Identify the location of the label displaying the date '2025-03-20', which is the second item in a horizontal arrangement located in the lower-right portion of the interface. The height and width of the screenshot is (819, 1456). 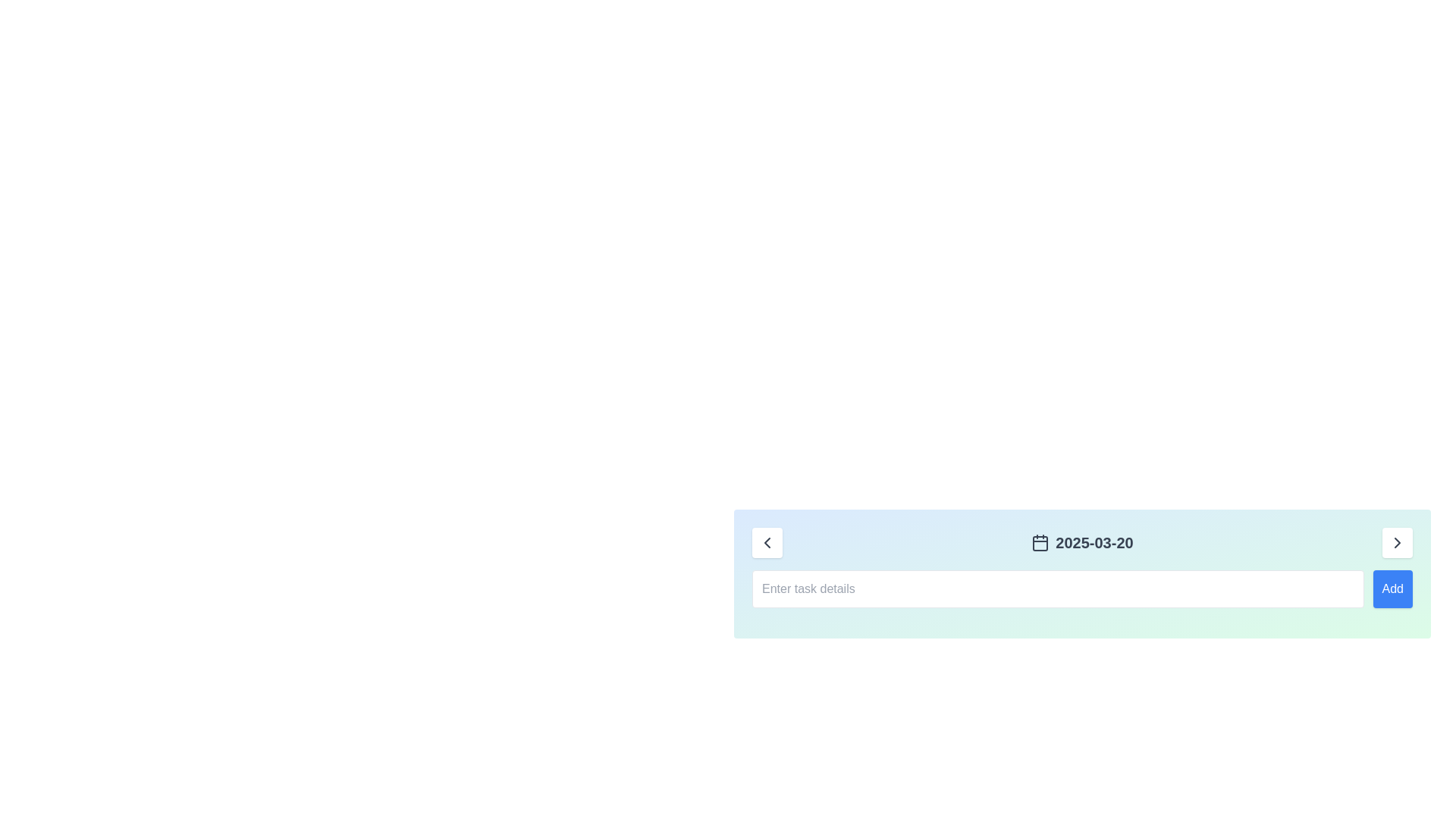
(1094, 542).